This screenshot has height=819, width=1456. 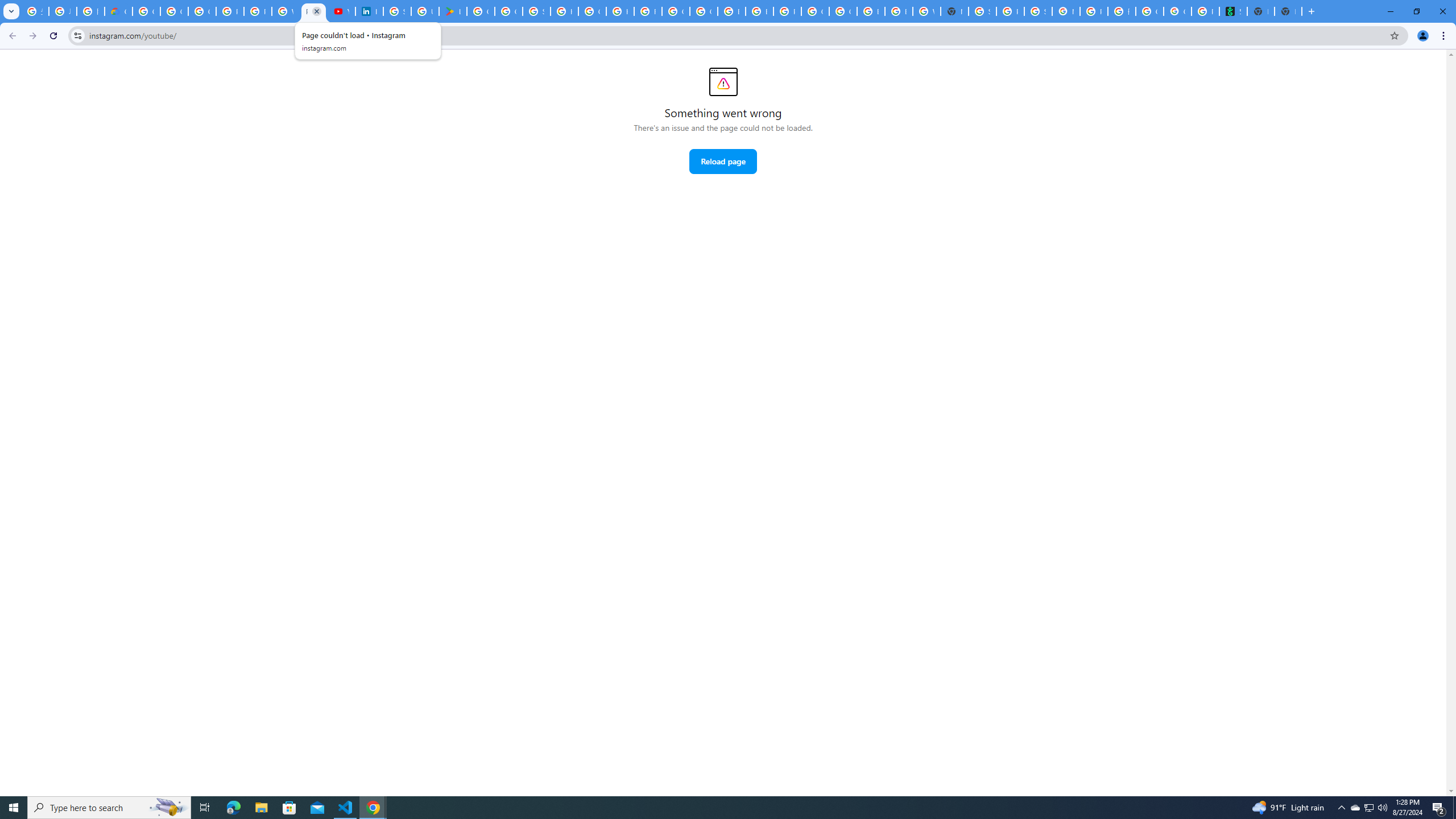 I want to click on 'Error', so click(x=723, y=81).